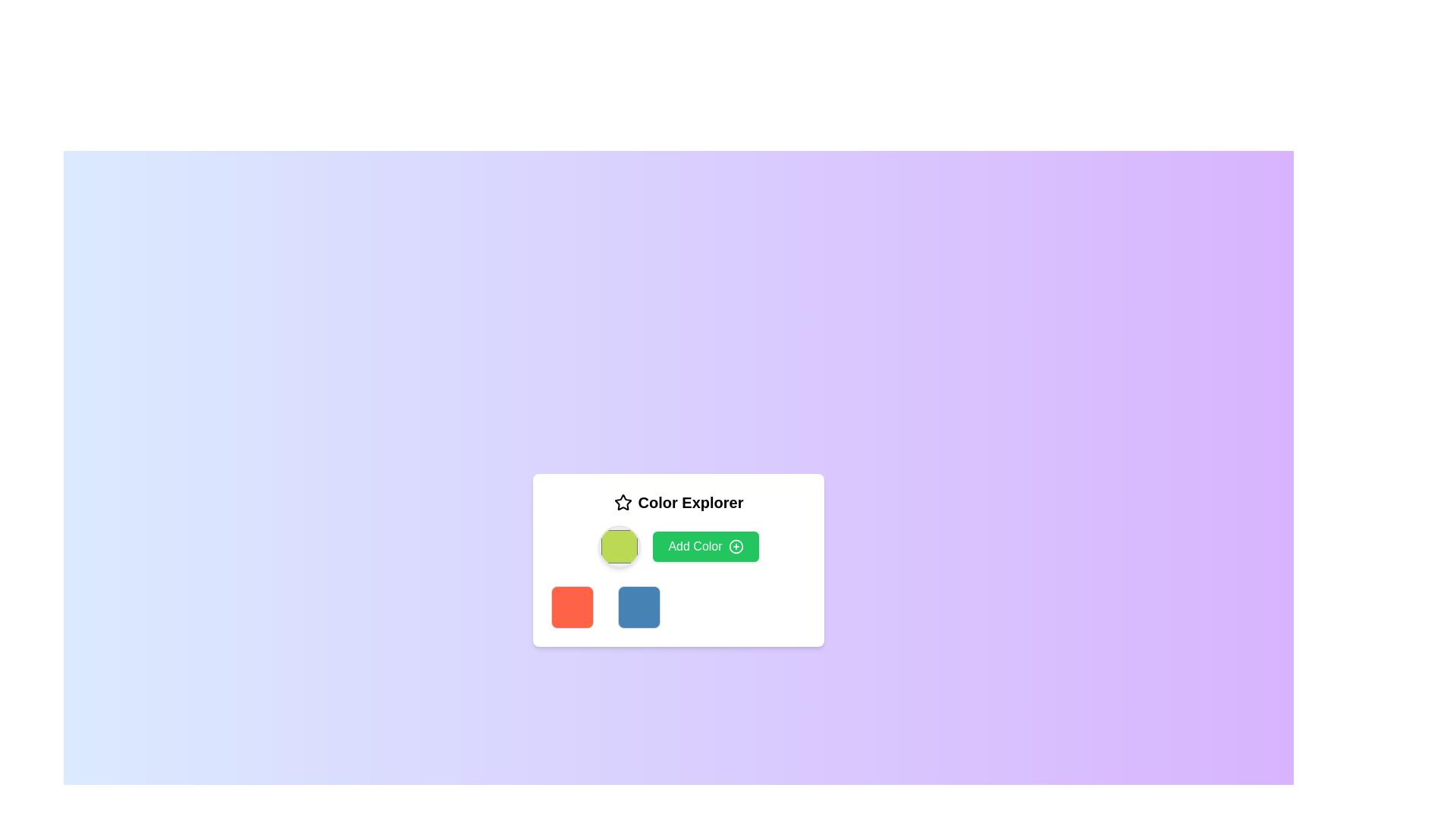  What do you see at coordinates (623, 502) in the screenshot?
I see `the star-shaped SVG icon located prominently in the 'Color Explorer' card` at bounding box center [623, 502].